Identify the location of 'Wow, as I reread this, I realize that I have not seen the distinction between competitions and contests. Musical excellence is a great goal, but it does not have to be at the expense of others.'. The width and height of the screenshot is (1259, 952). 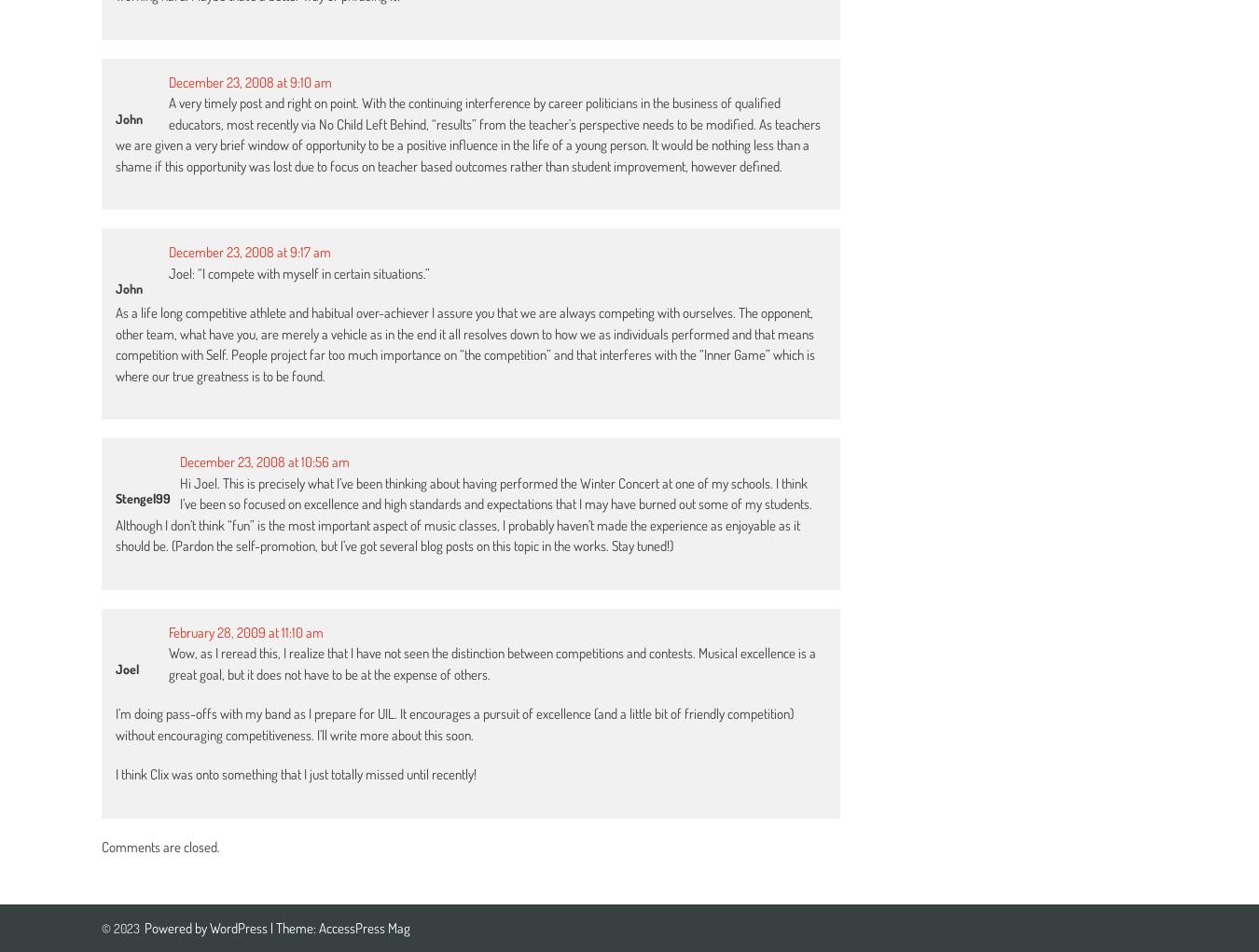
(491, 662).